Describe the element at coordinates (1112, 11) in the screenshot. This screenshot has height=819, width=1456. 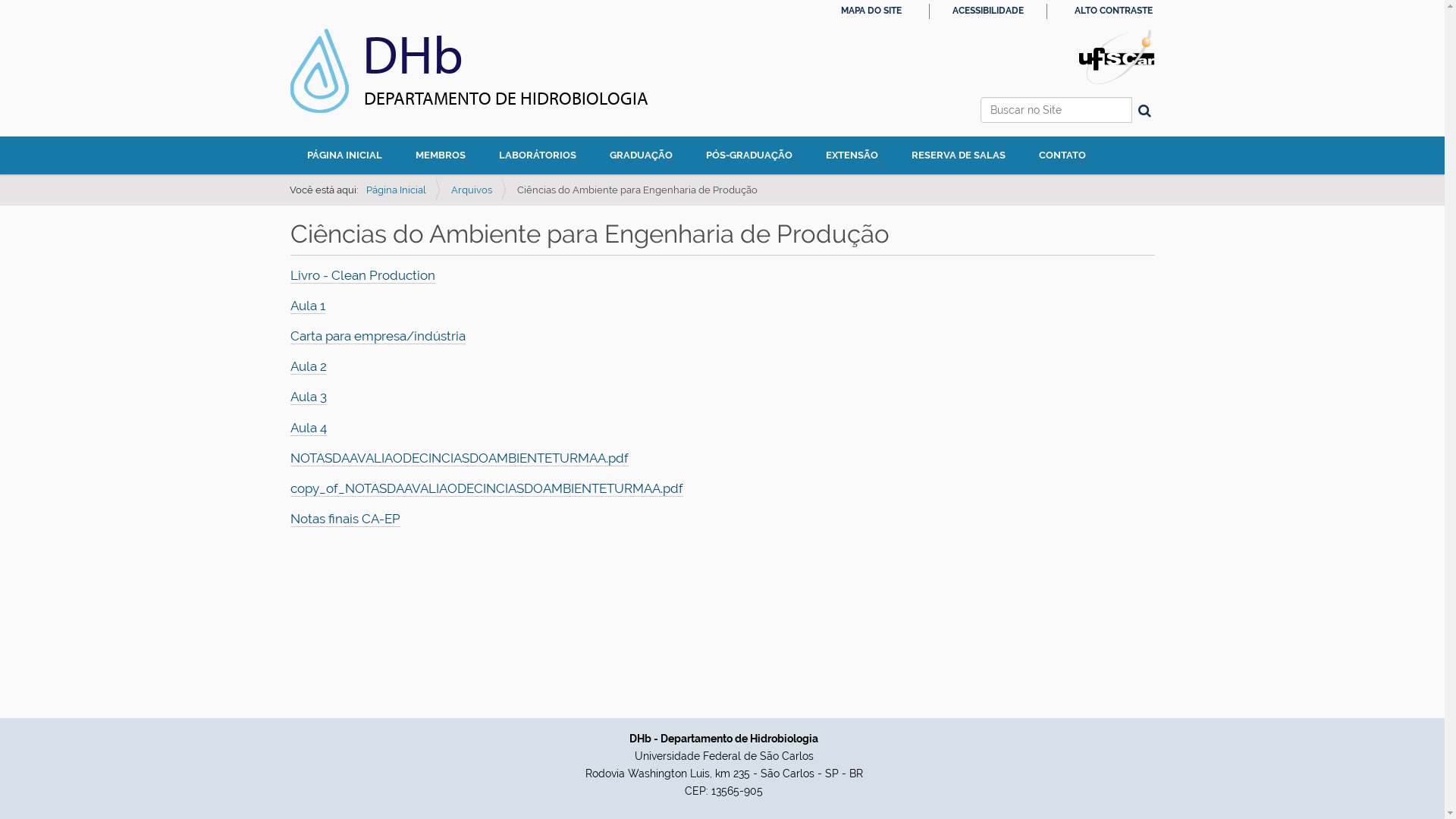
I see `'ALTO CONTRASTE'` at that location.